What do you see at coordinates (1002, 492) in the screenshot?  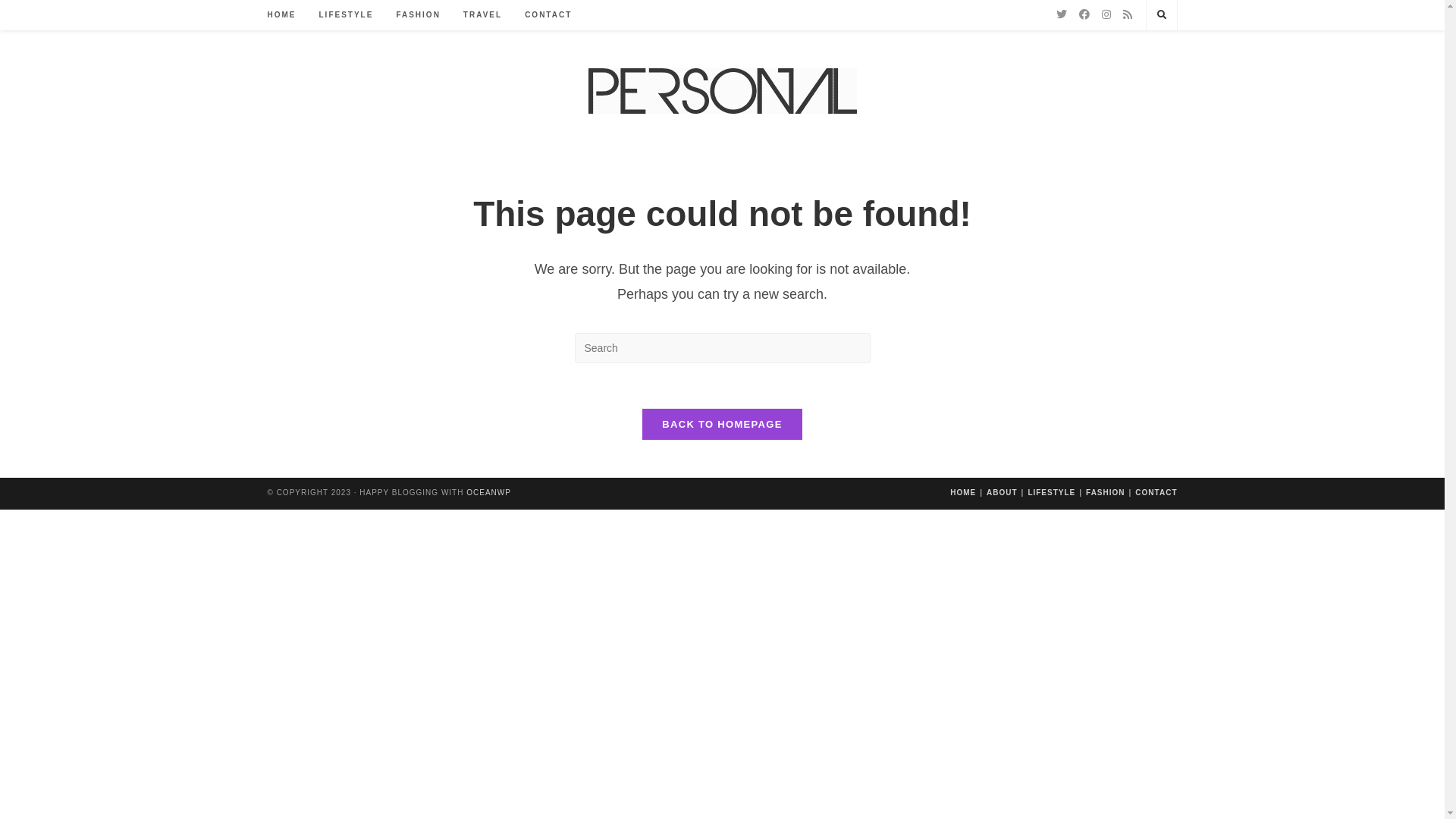 I see `'ABOUT'` at bounding box center [1002, 492].